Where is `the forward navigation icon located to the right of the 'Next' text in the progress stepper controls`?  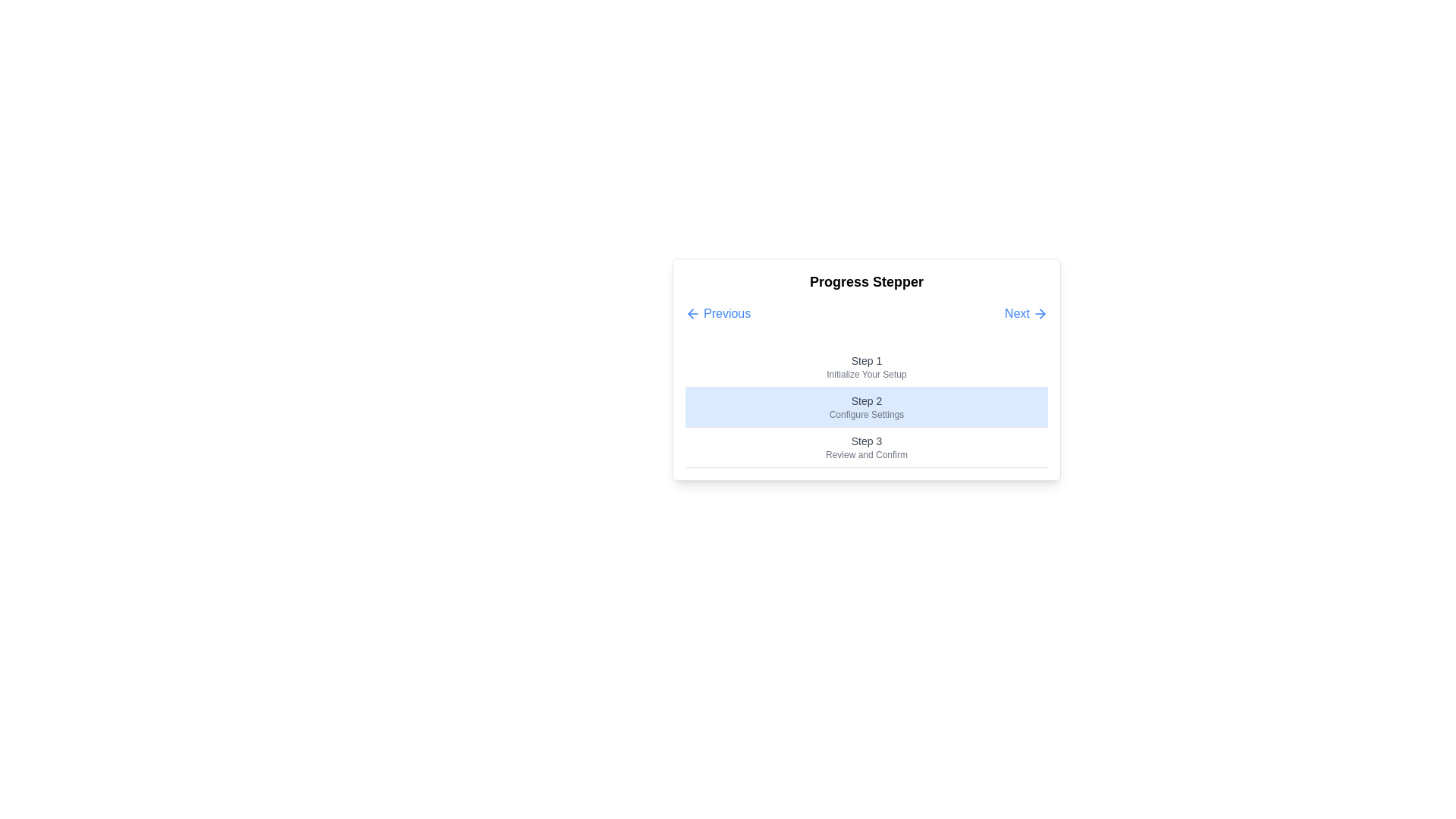
the forward navigation icon located to the right of the 'Next' text in the progress stepper controls is located at coordinates (1040, 312).